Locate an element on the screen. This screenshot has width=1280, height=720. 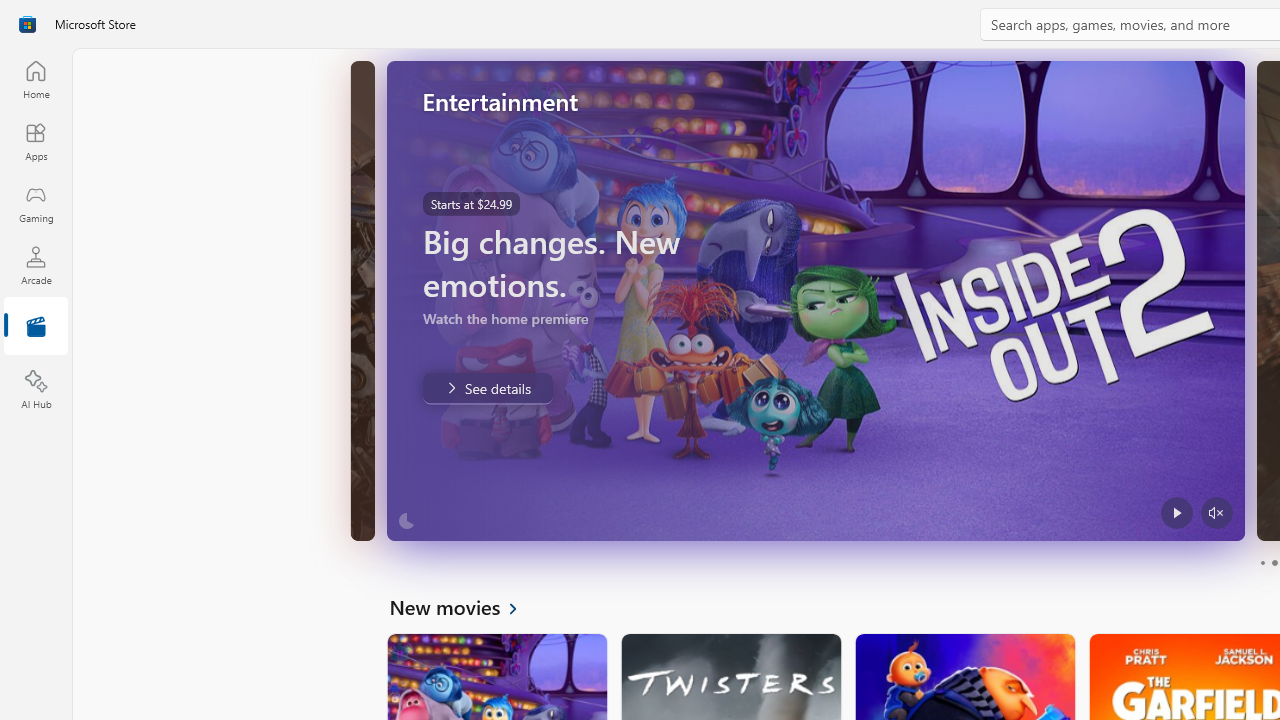
'Play Trailer' is located at coordinates (1175, 512).